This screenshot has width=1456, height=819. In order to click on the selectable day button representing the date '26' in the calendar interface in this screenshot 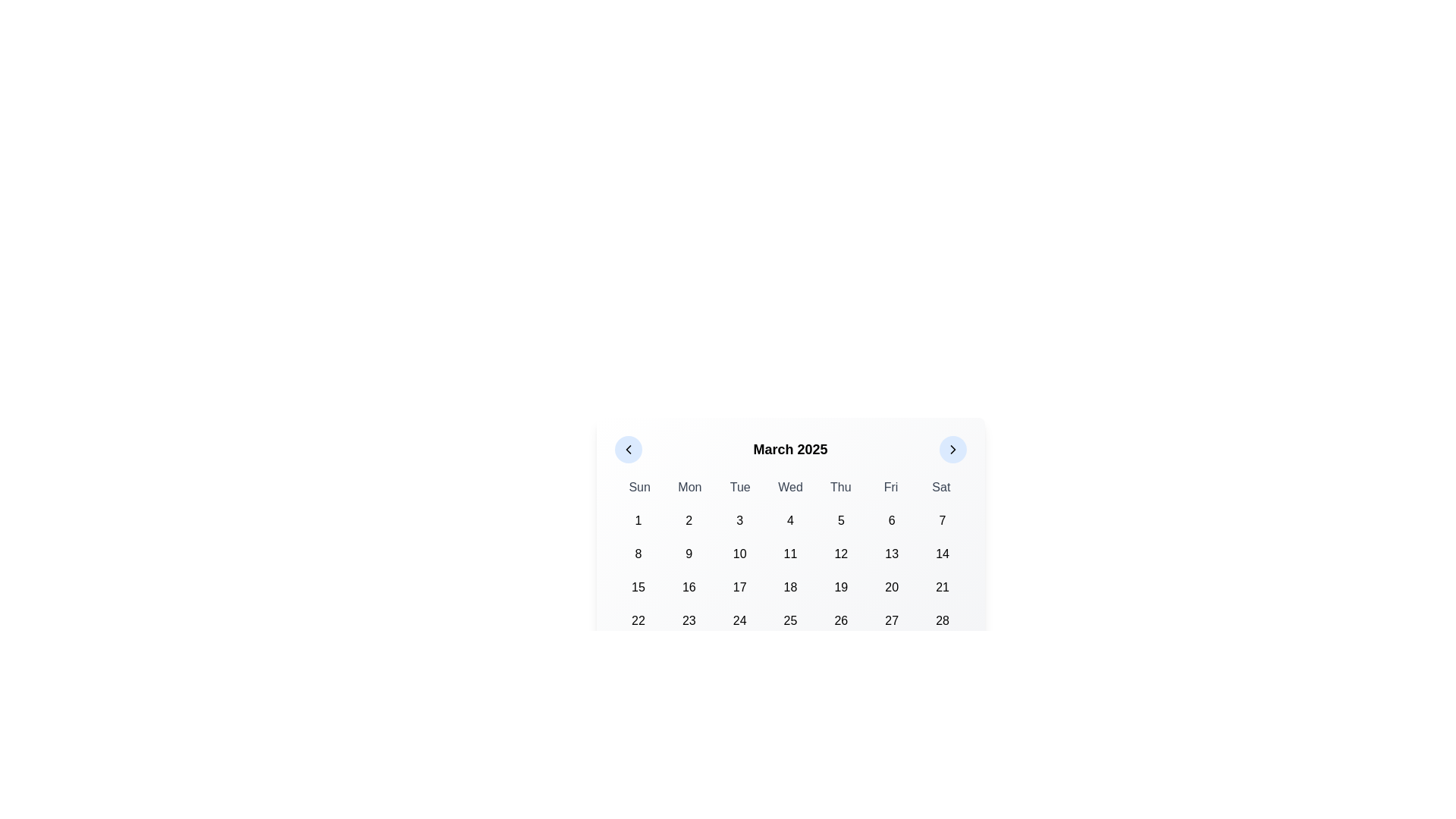, I will do `click(839, 620)`.